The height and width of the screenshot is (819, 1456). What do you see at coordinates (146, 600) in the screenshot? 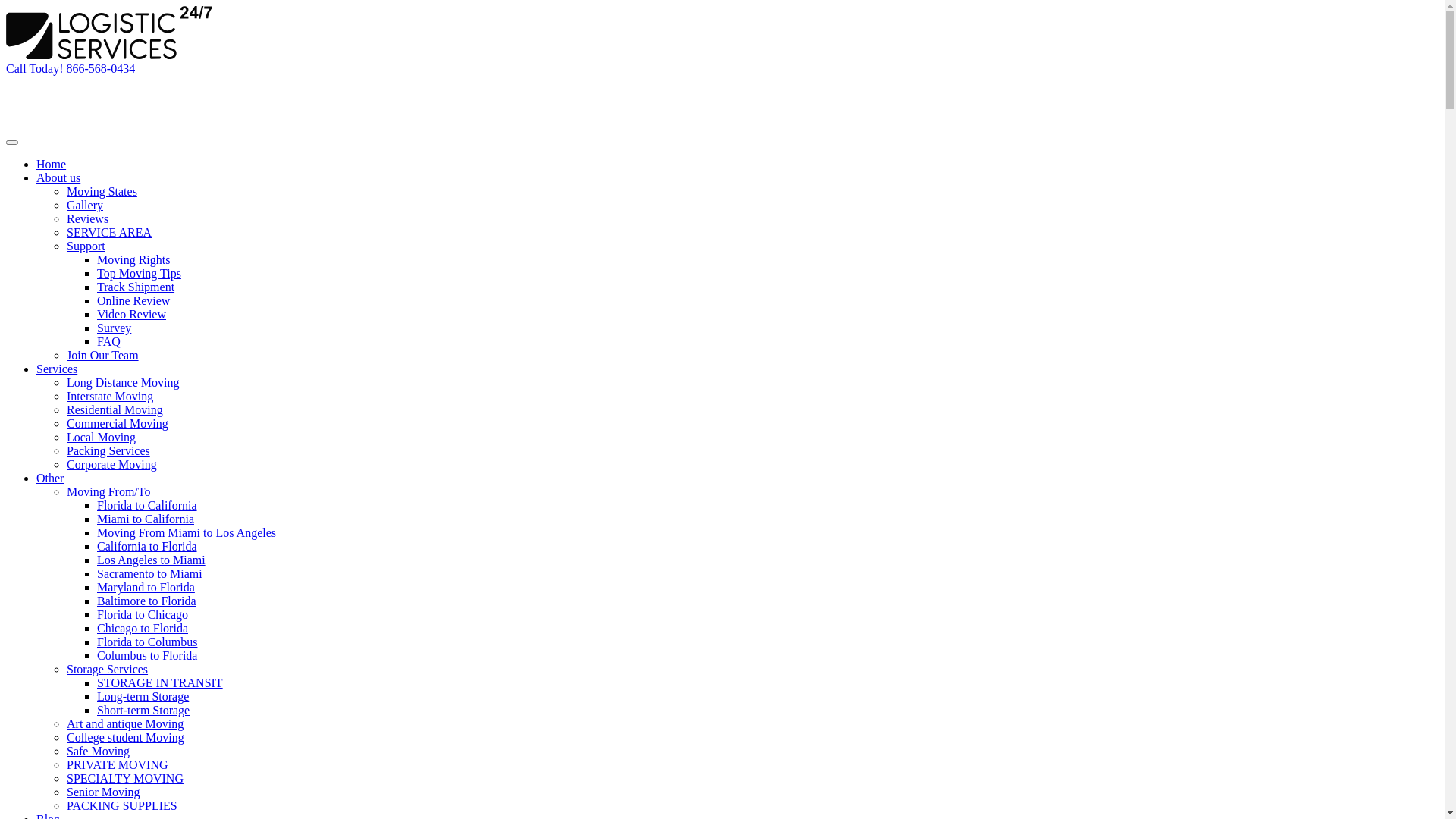
I see `'Baltimore to Florida'` at bounding box center [146, 600].